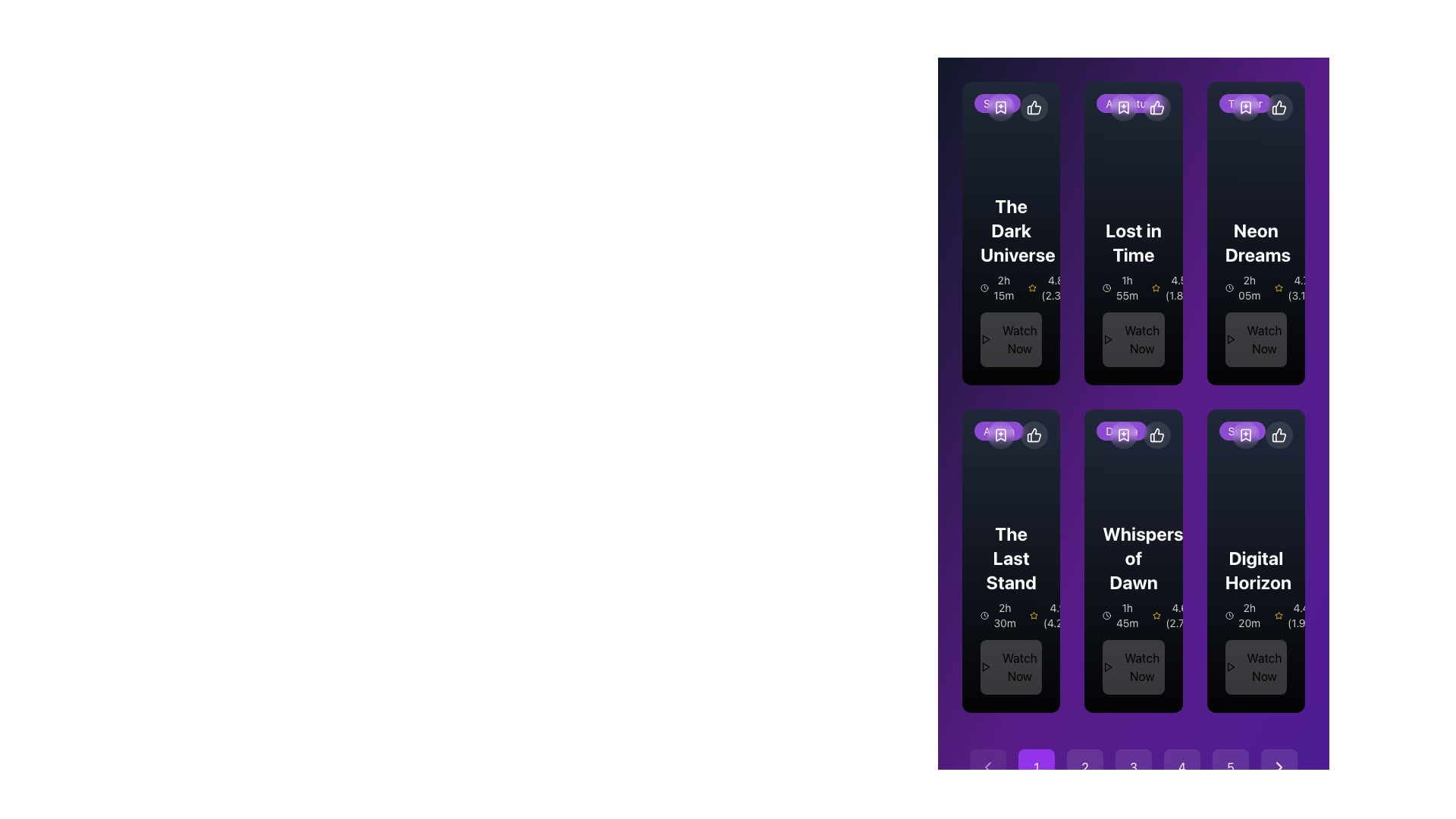 This screenshot has height=819, width=1456. Describe the element at coordinates (1155, 287) in the screenshot. I see `the yellow star-shaped icon that represents a rating value, located in the second row, first column of the grid layout` at that location.